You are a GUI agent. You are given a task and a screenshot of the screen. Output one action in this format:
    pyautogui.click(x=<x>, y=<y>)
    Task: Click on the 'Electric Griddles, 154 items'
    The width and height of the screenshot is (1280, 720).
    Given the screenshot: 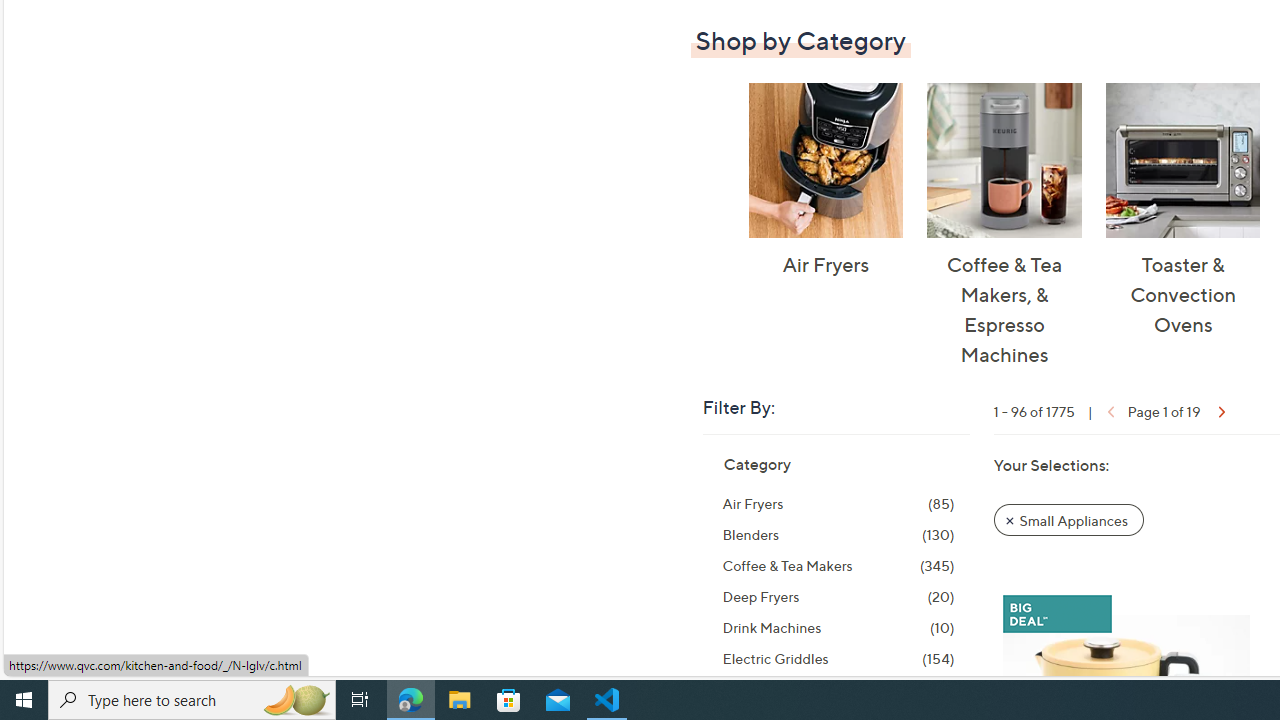 What is the action you would take?
    pyautogui.click(x=838, y=659)
    